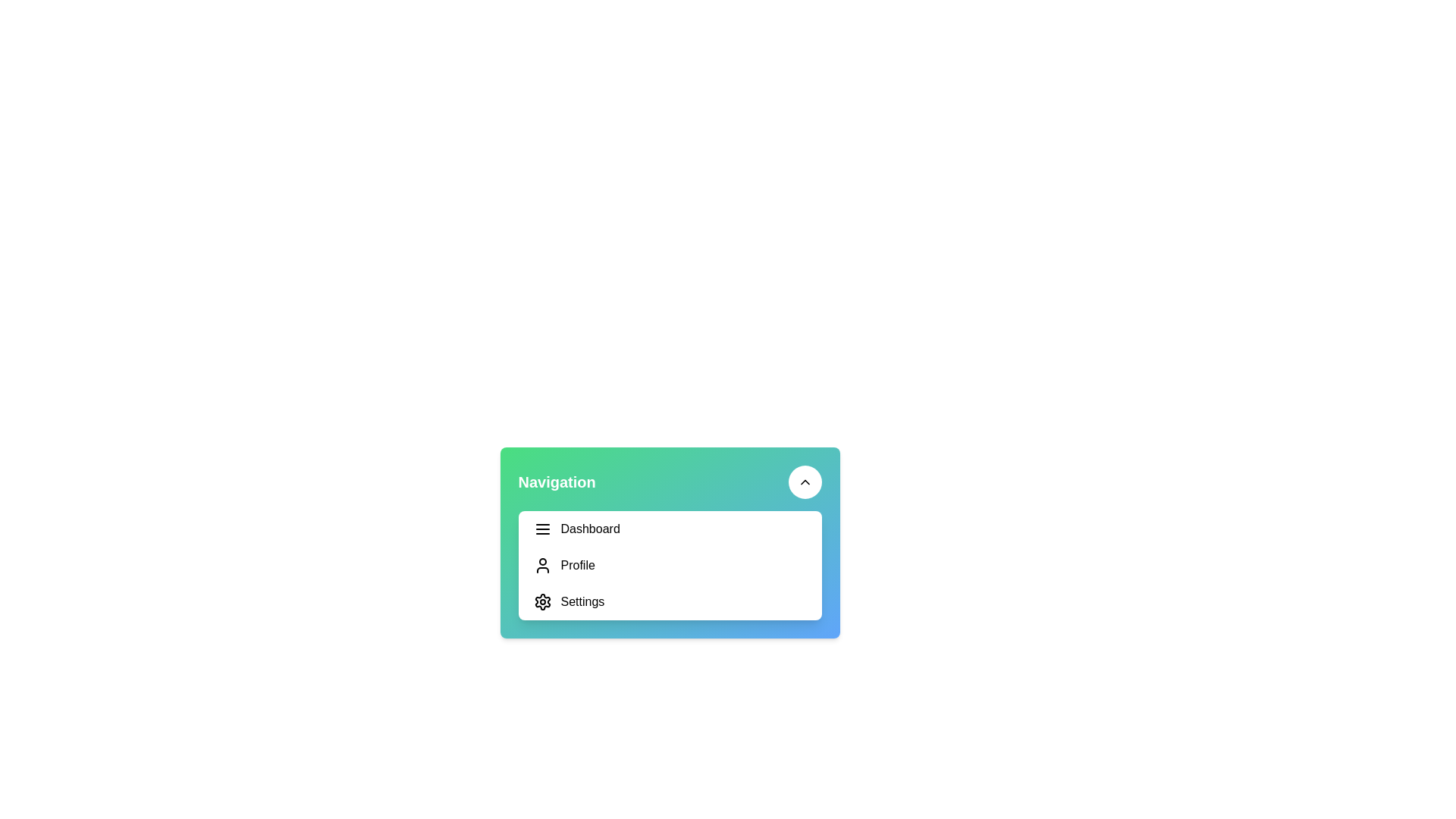 The width and height of the screenshot is (1456, 819). Describe the element at coordinates (669, 565) in the screenshot. I see `the 'Profile' menu item in the vertical list of options` at that location.